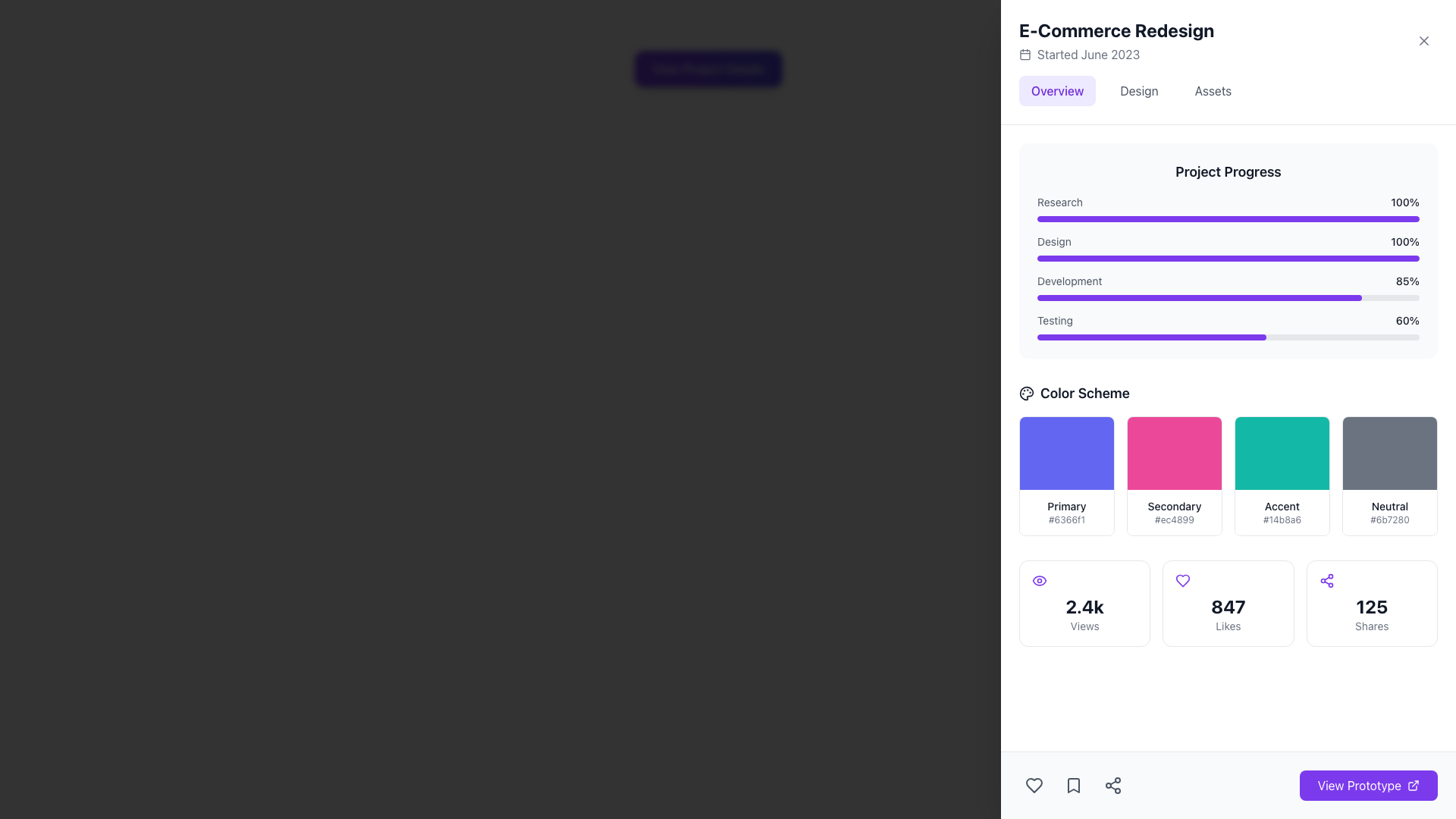 The image size is (1456, 819). Describe the element at coordinates (1228, 298) in the screenshot. I see `the horizontal progress bar with rounded corners and a purple-filled section indicating 85% progress, located under the 'Development' label in the 'Project Progress' section` at that location.